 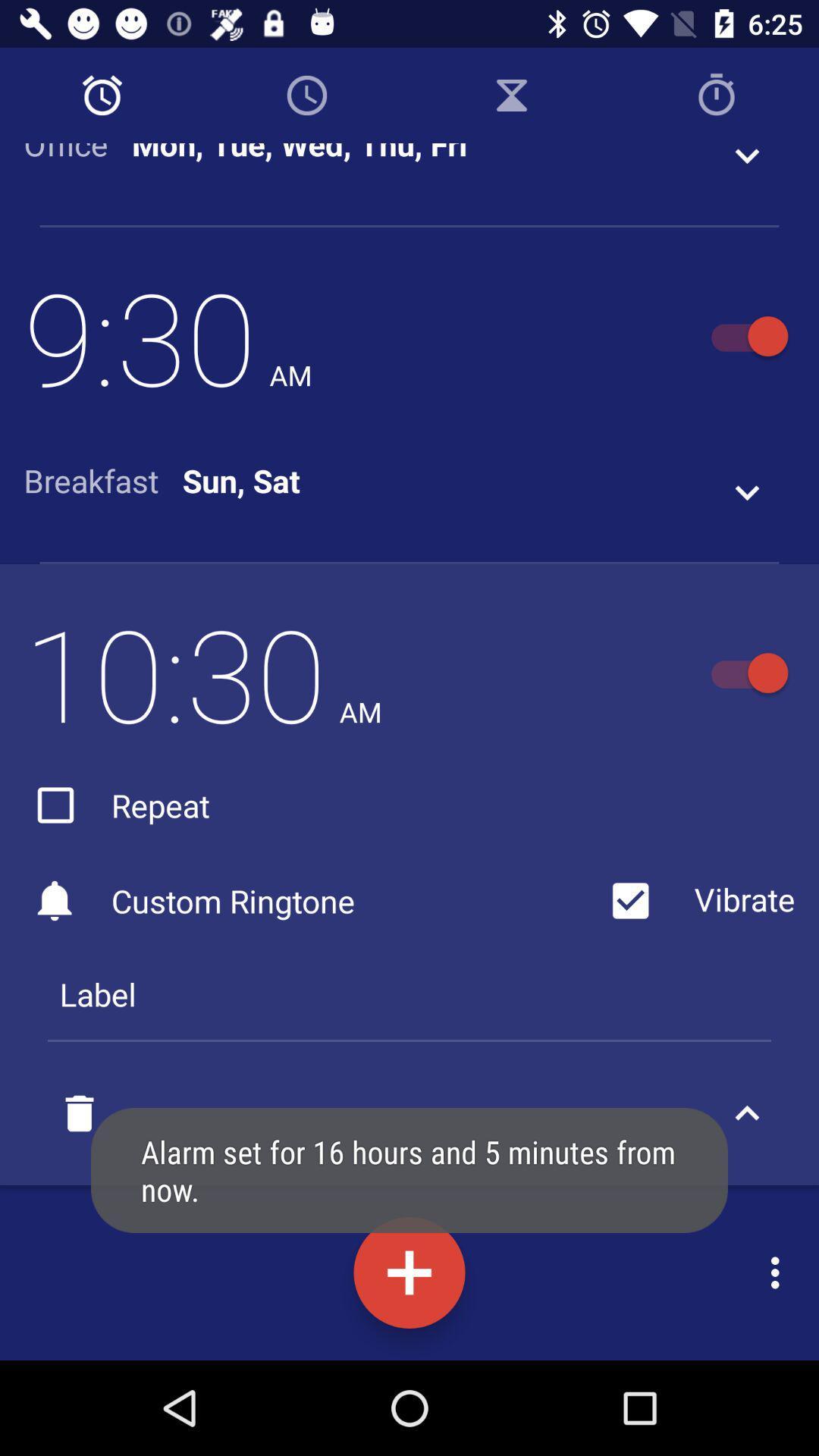 I want to click on item below the repeat, so click(x=310, y=901).